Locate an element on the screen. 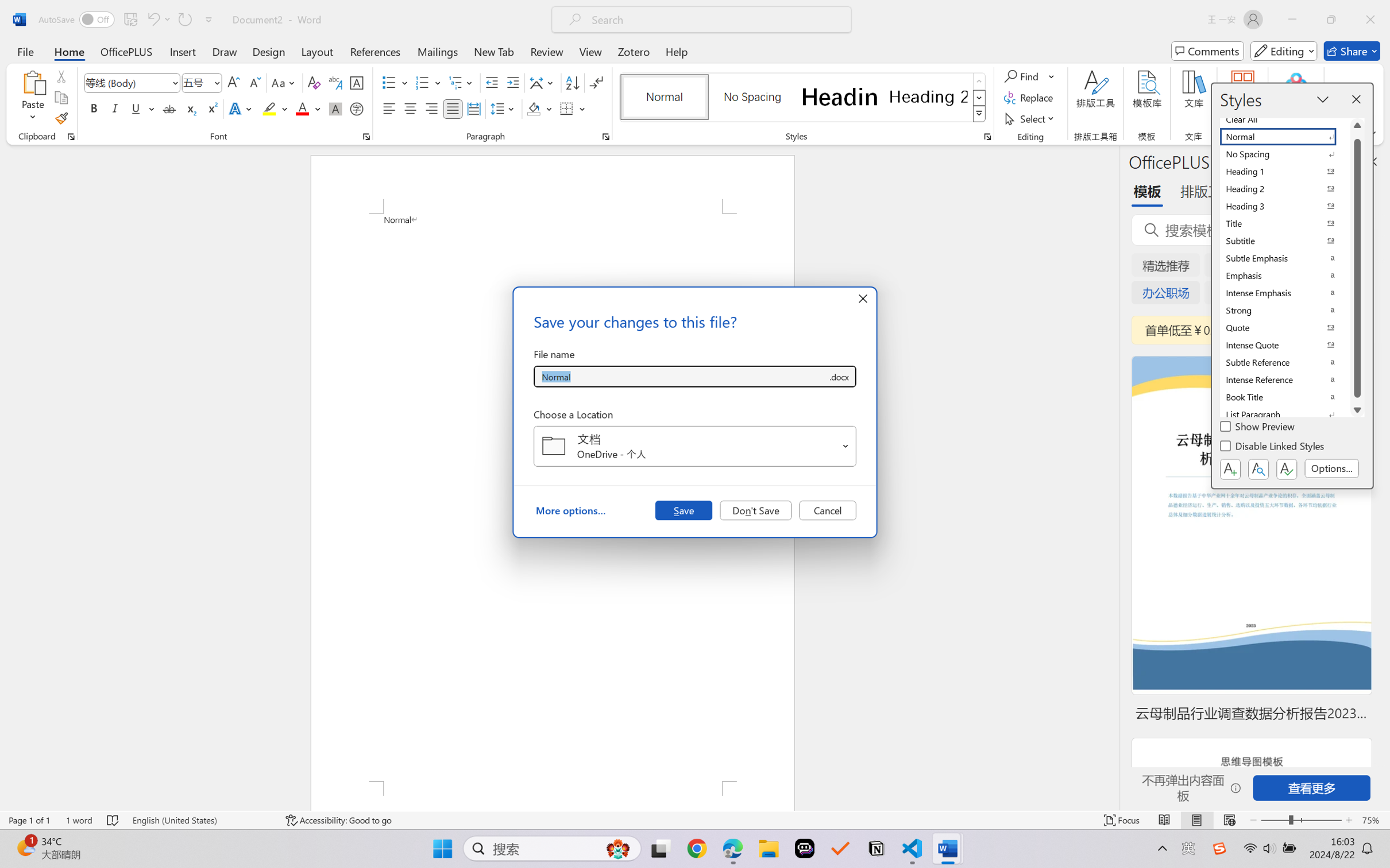 This screenshot has width=1390, height=868. 'Ribbon Display Options' is located at coordinates (1371, 133).